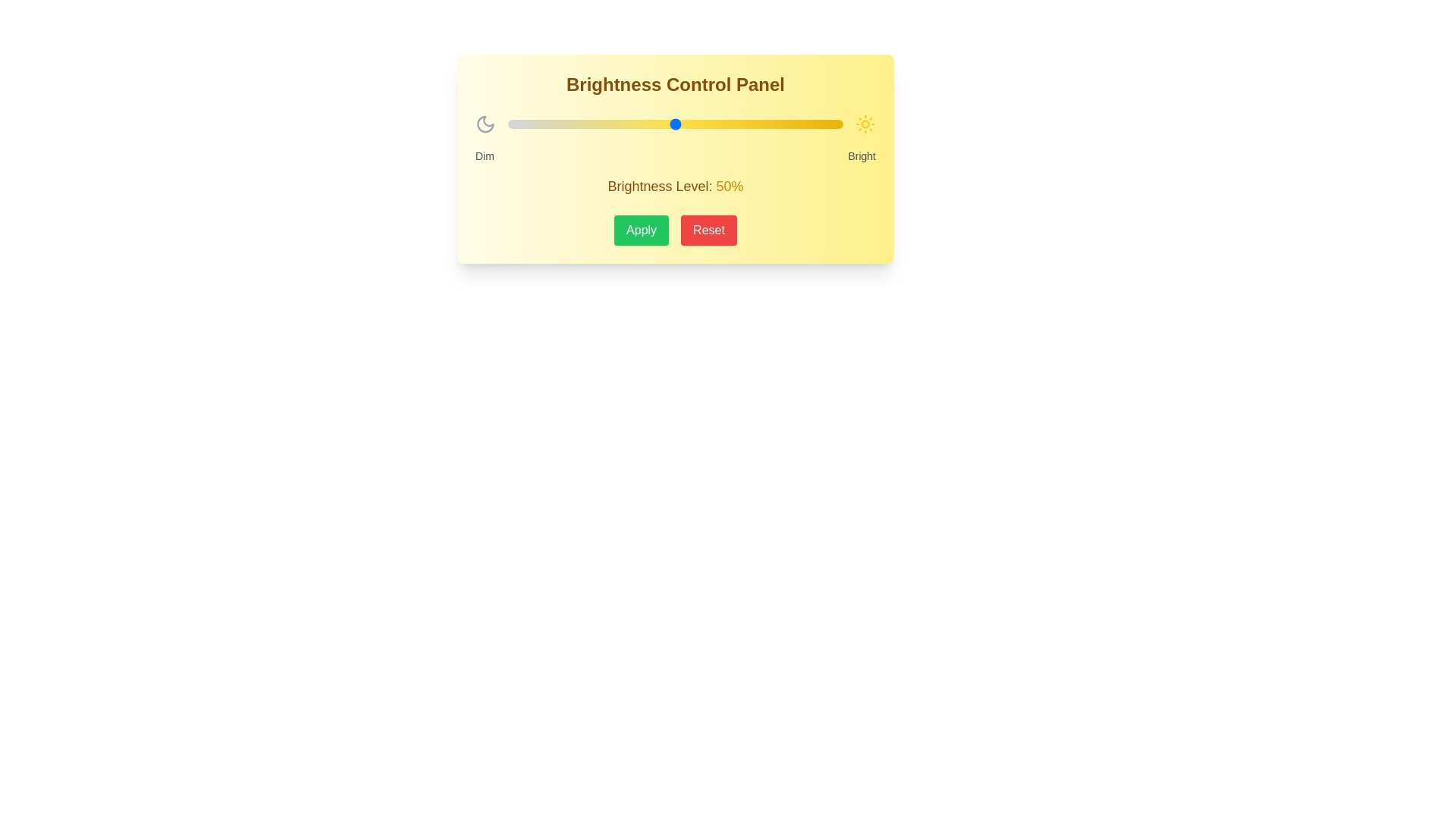 Image resolution: width=1456 pixels, height=819 pixels. What do you see at coordinates (711, 124) in the screenshot?
I see `the brightness slider to 61%` at bounding box center [711, 124].